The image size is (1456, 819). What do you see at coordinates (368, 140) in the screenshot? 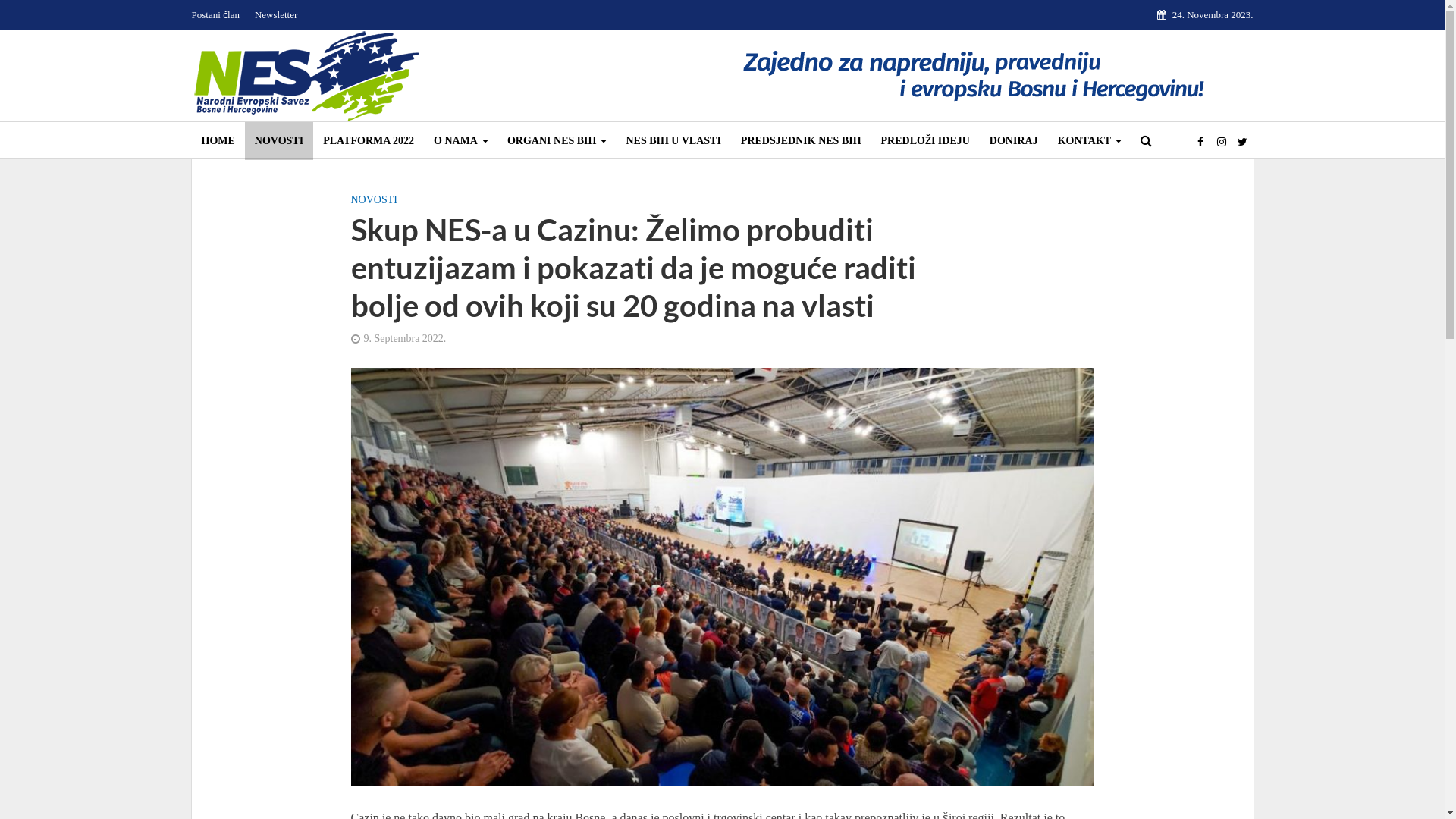
I see `'PLATFORMA 2022'` at bounding box center [368, 140].